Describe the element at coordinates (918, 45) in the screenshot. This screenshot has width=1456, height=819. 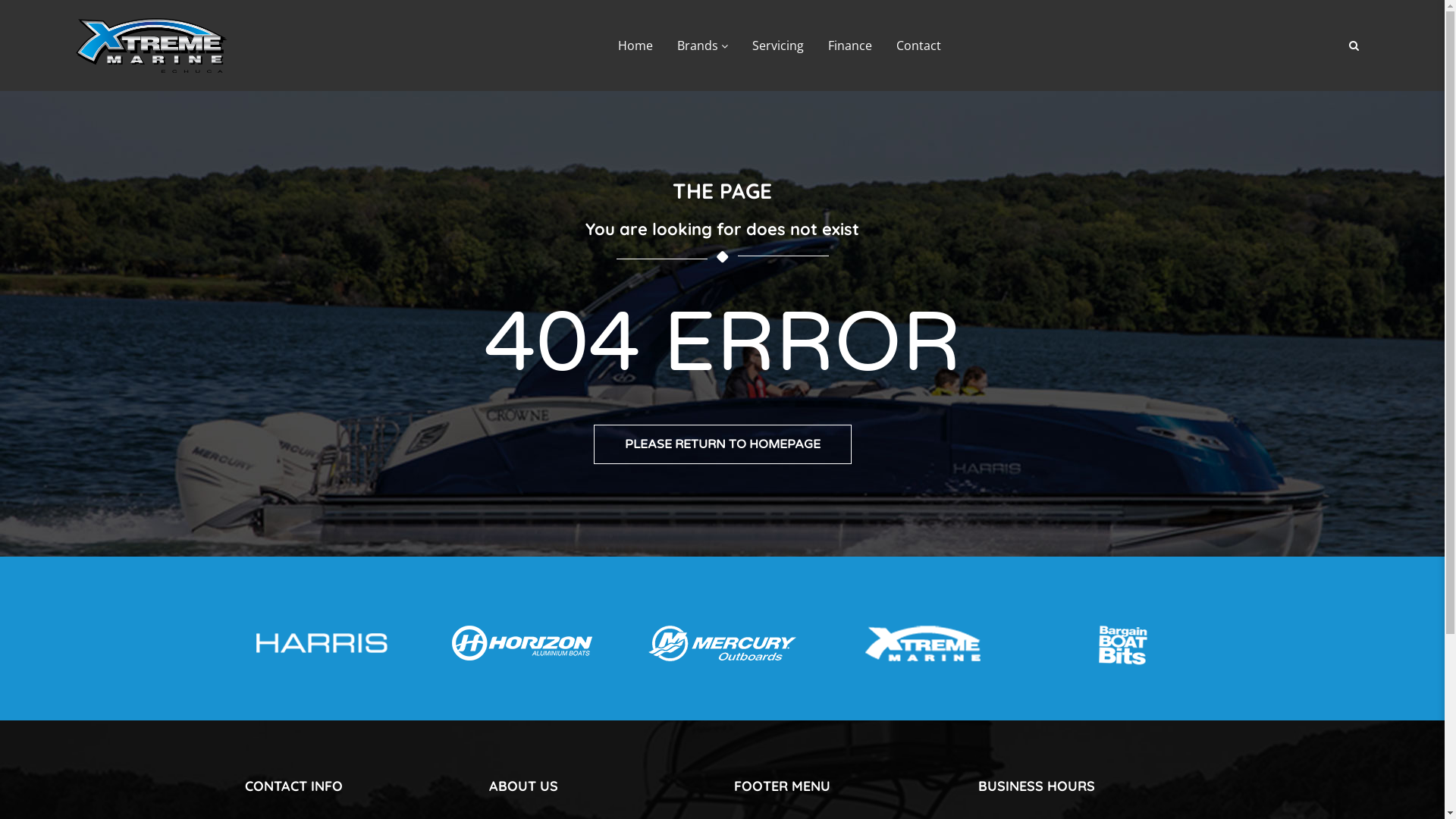
I see `'Contact'` at that location.